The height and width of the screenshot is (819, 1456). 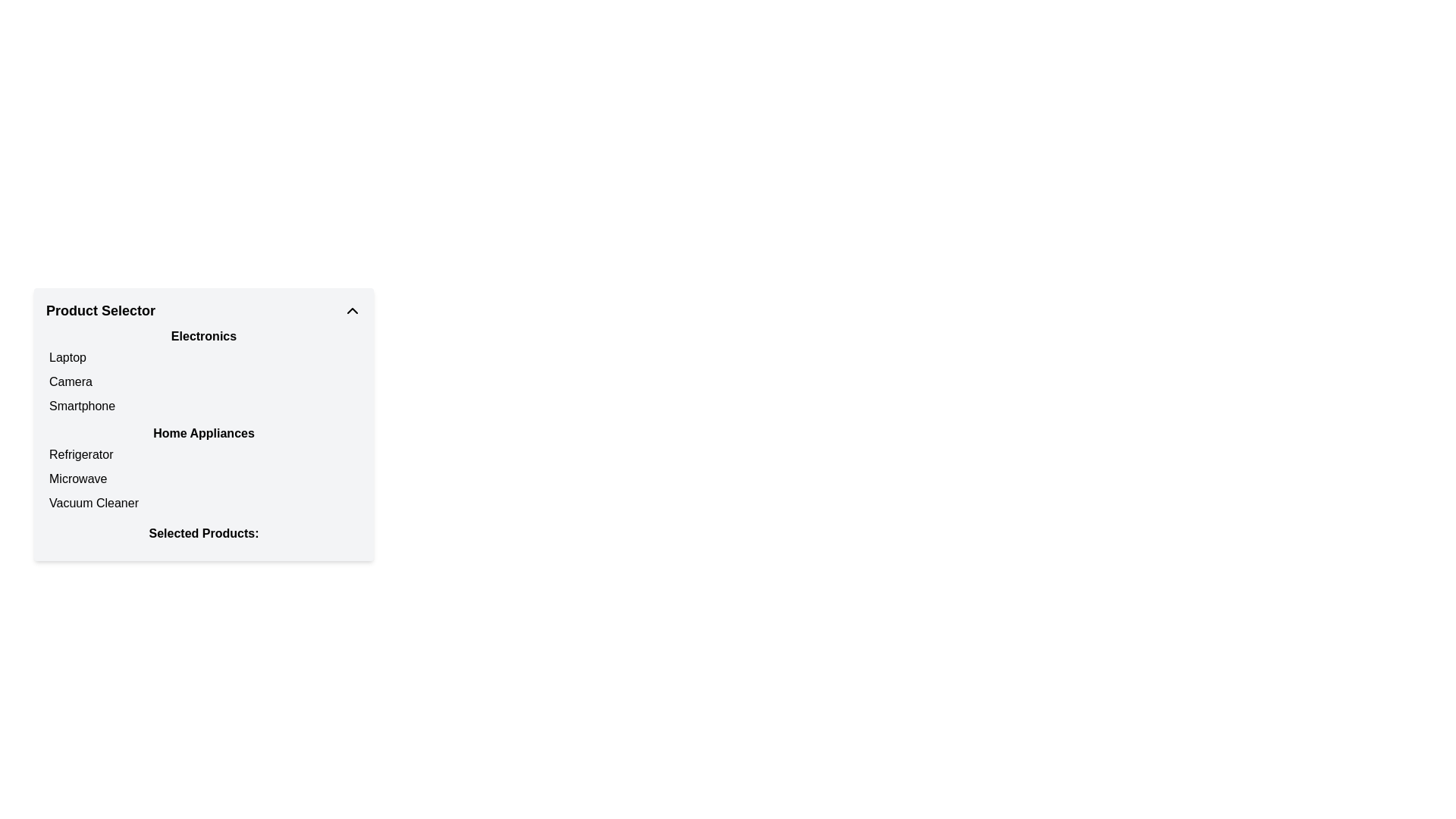 What do you see at coordinates (202, 454) in the screenshot?
I see `to select the 'Refrigerator' option from the list under the 'Home Appliances' section in the 'Product Selector'` at bounding box center [202, 454].